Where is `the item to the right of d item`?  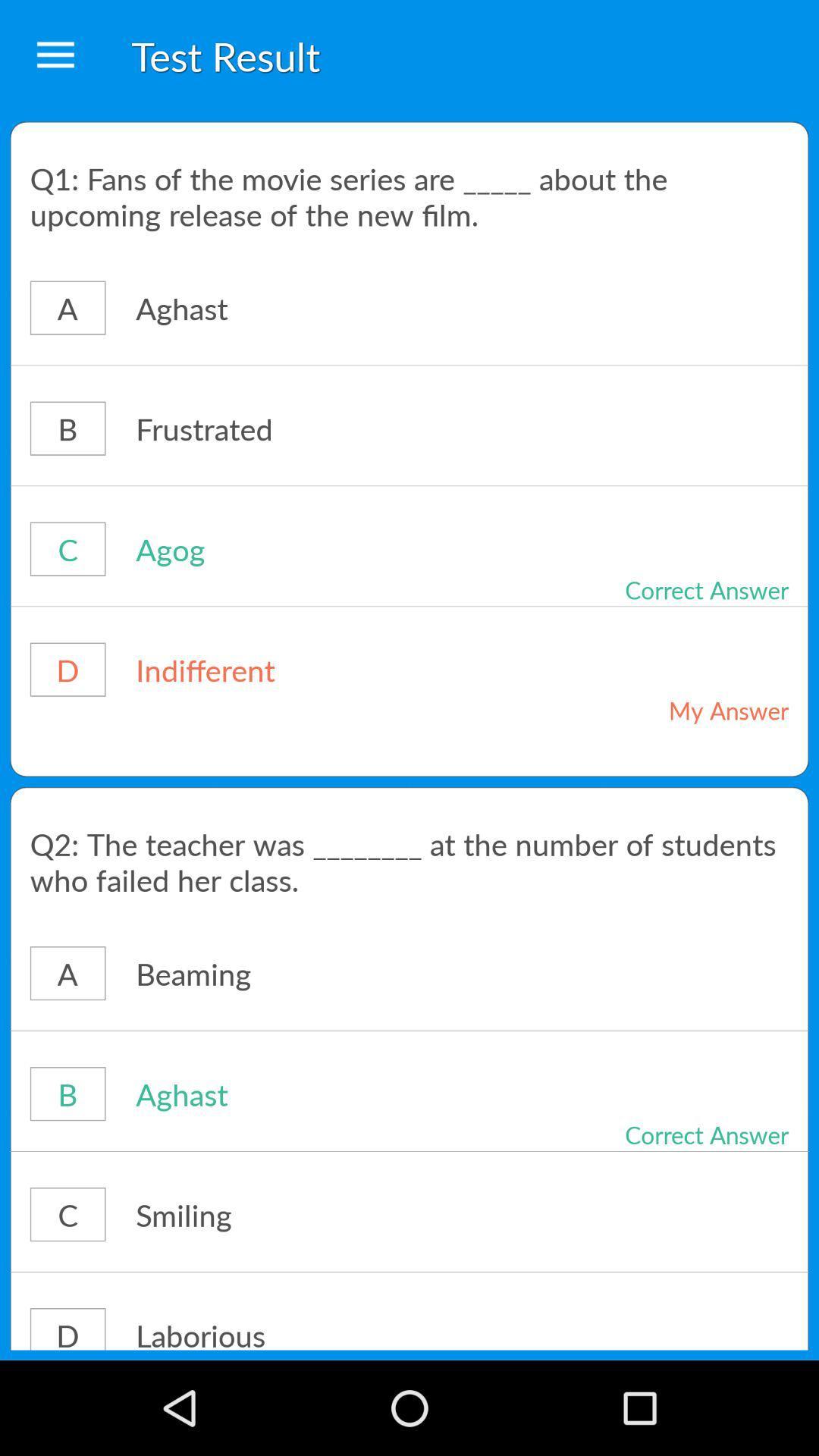
the item to the right of d item is located at coordinates (313, 1331).